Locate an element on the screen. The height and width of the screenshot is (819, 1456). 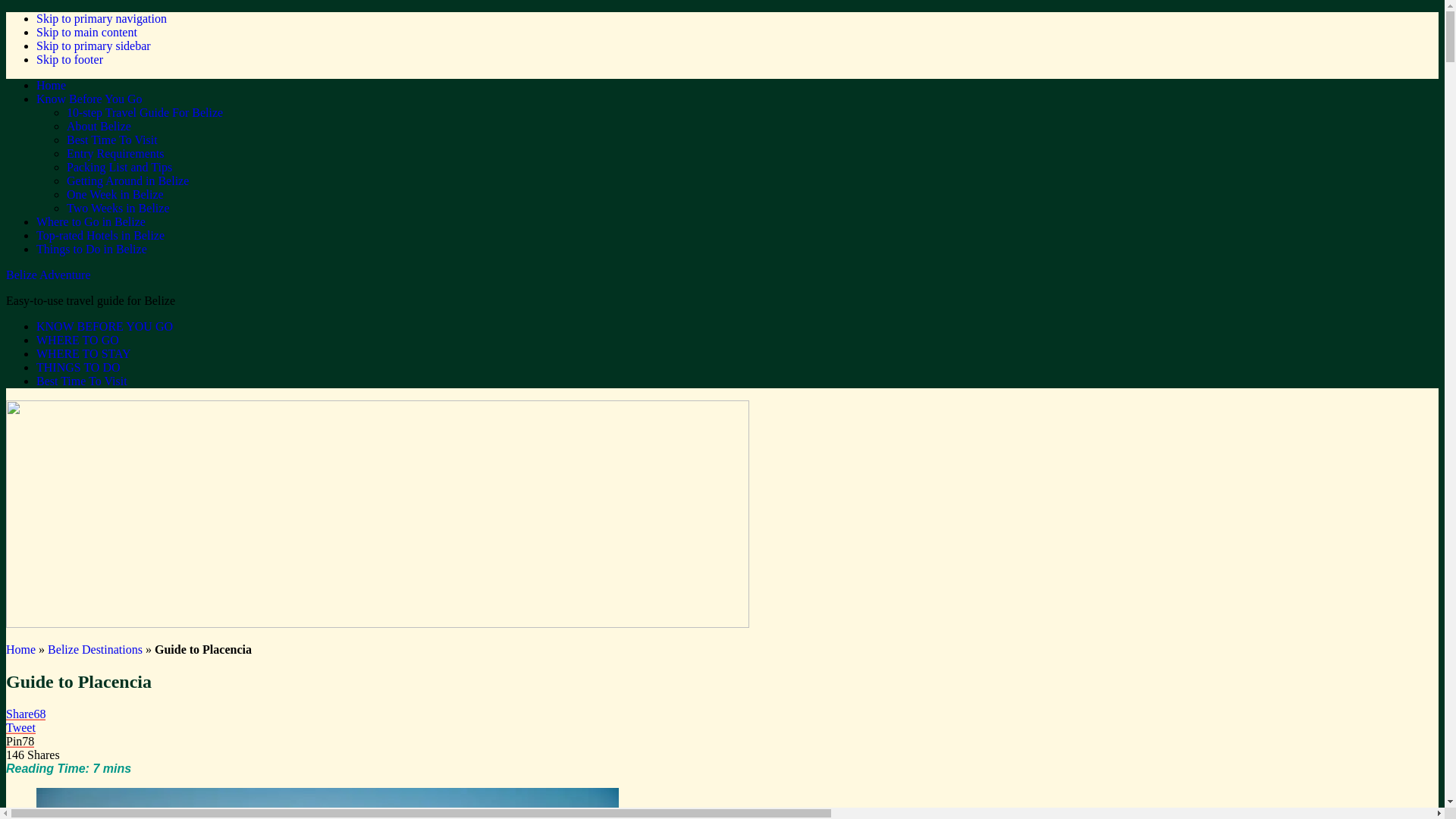
'Share68' is located at coordinates (6, 714).